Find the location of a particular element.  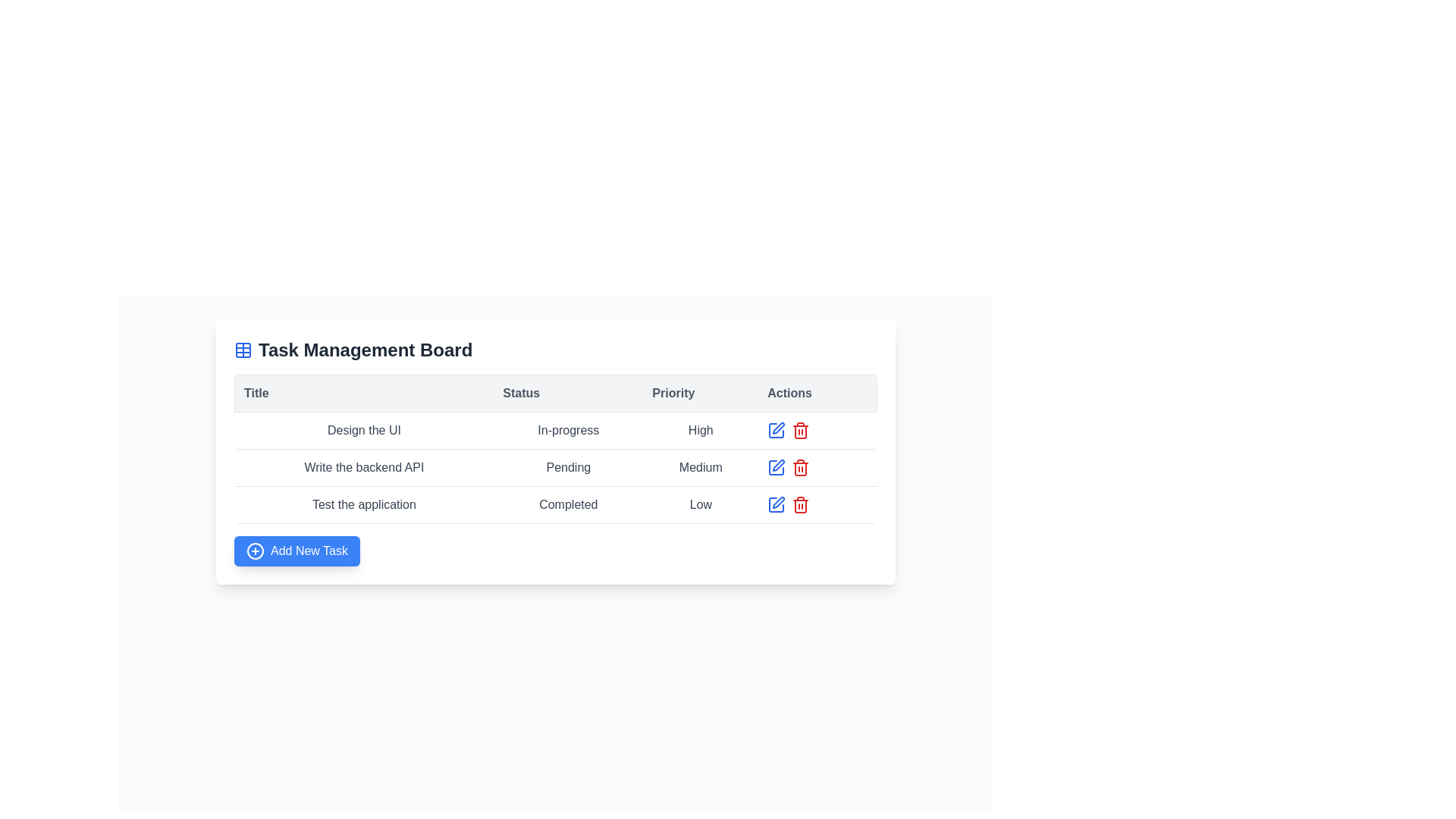

the delete button located in the bottom row of the 'Actions' column of the table, which is positioned to the right of a blue edit icon is located at coordinates (800, 505).